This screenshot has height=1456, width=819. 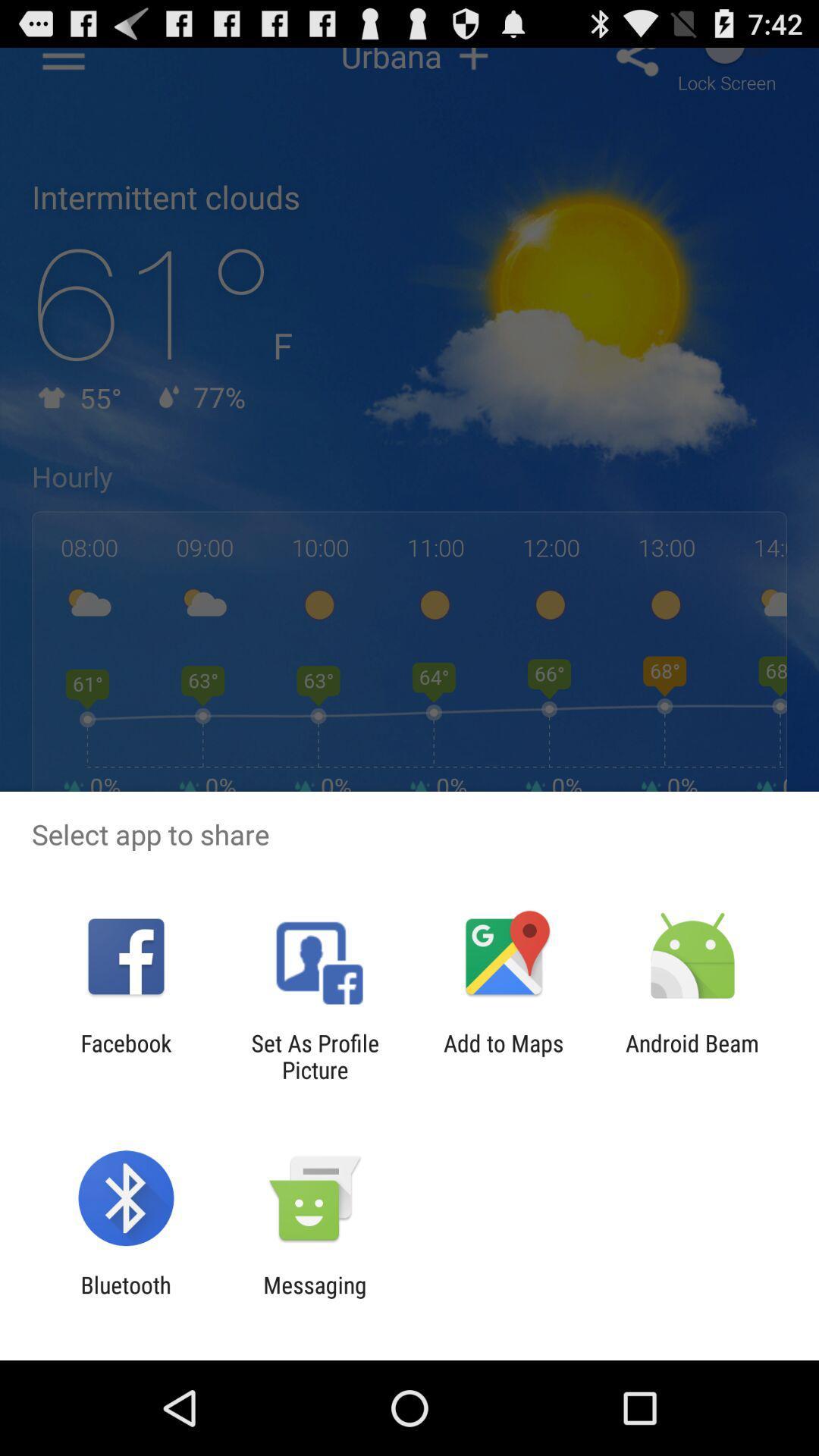 I want to click on the facebook app, so click(x=125, y=1056).